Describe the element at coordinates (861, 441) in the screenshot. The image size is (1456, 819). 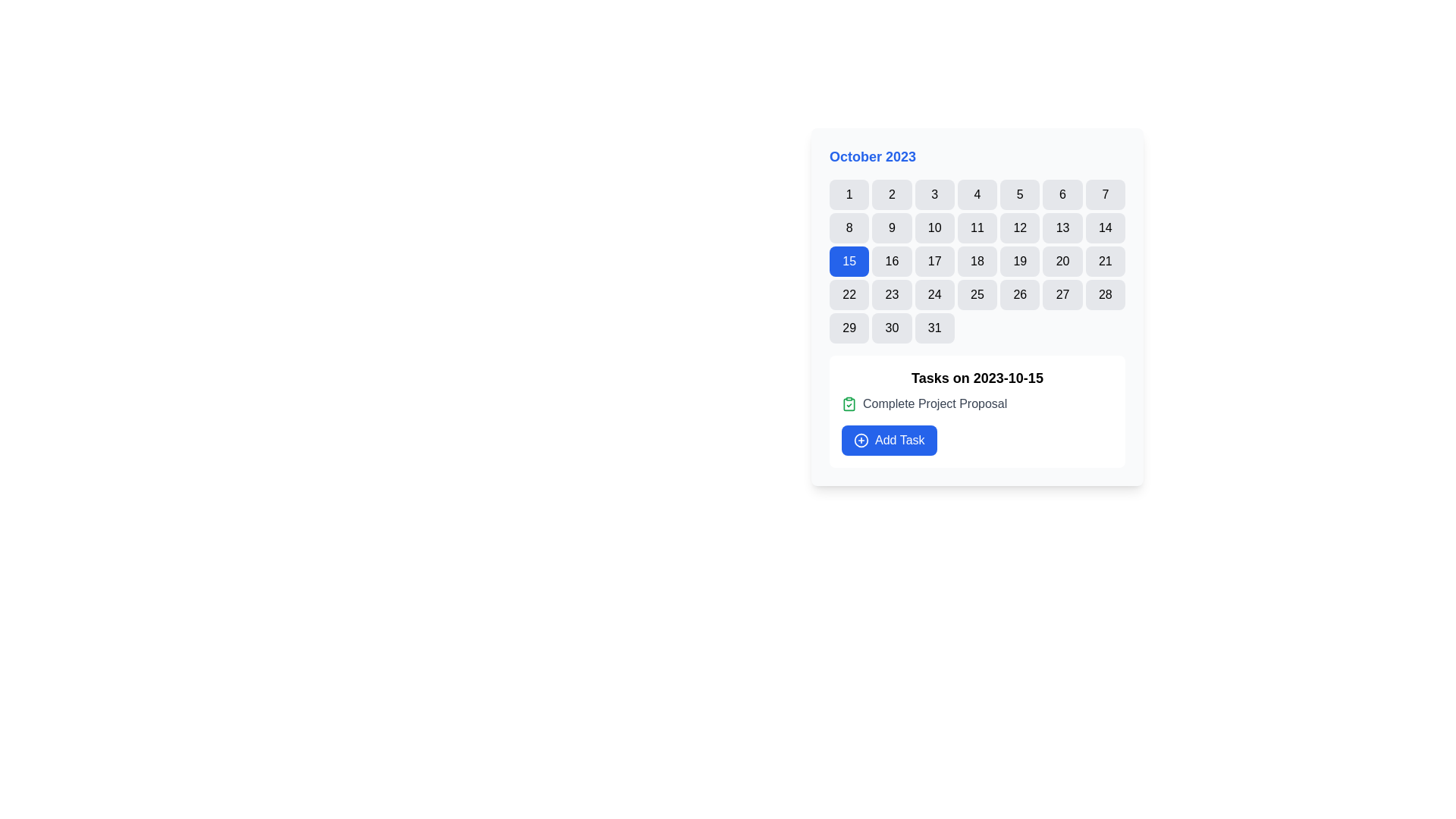
I see `the central circular component of the 'Add Task' button located below the date label 'Tasks on 2023-10-15.'` at that location.